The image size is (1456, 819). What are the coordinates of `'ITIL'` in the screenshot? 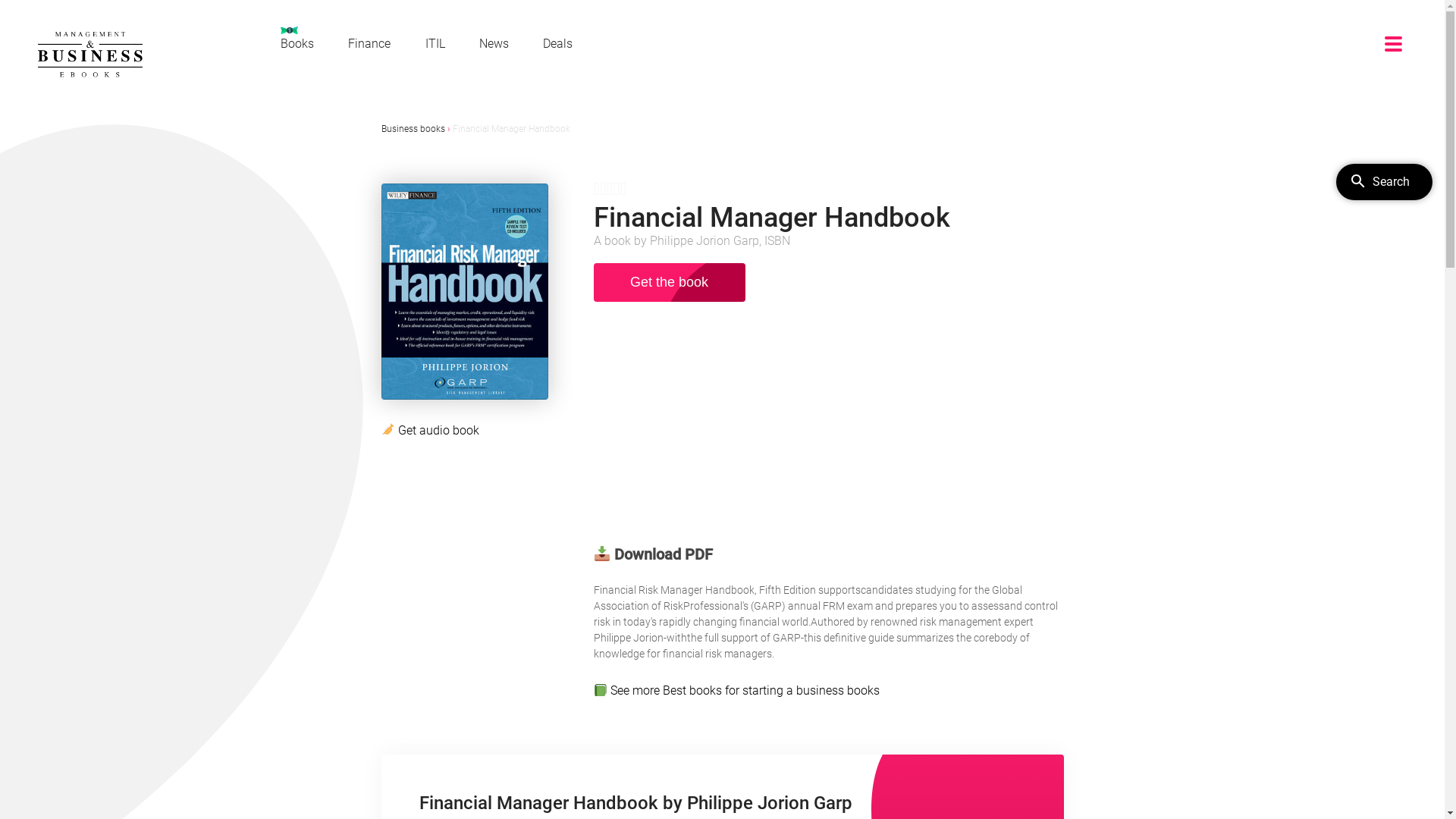 It's located at (435, 42).